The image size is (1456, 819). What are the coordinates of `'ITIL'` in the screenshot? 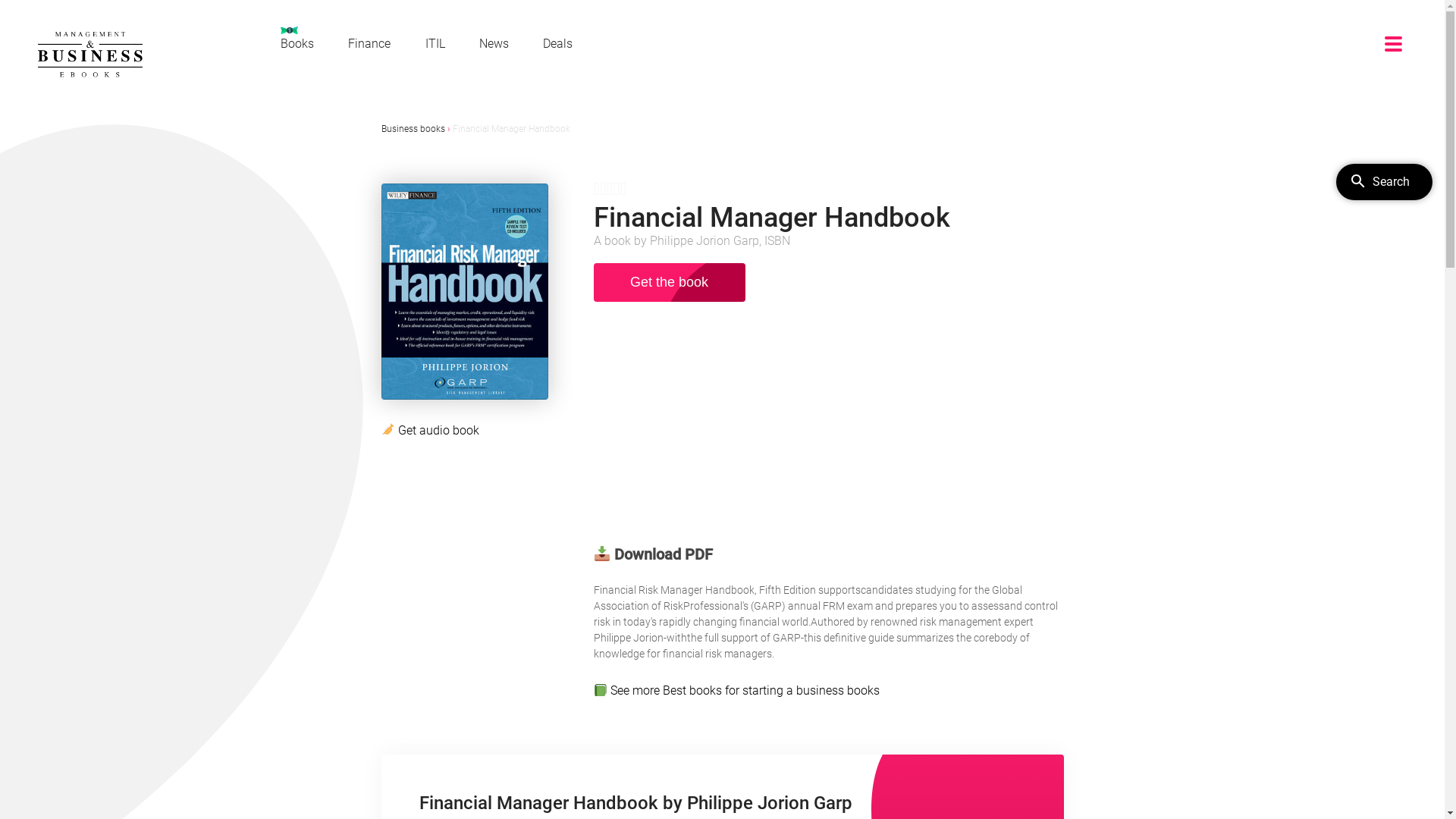 It's located at (435, 42).